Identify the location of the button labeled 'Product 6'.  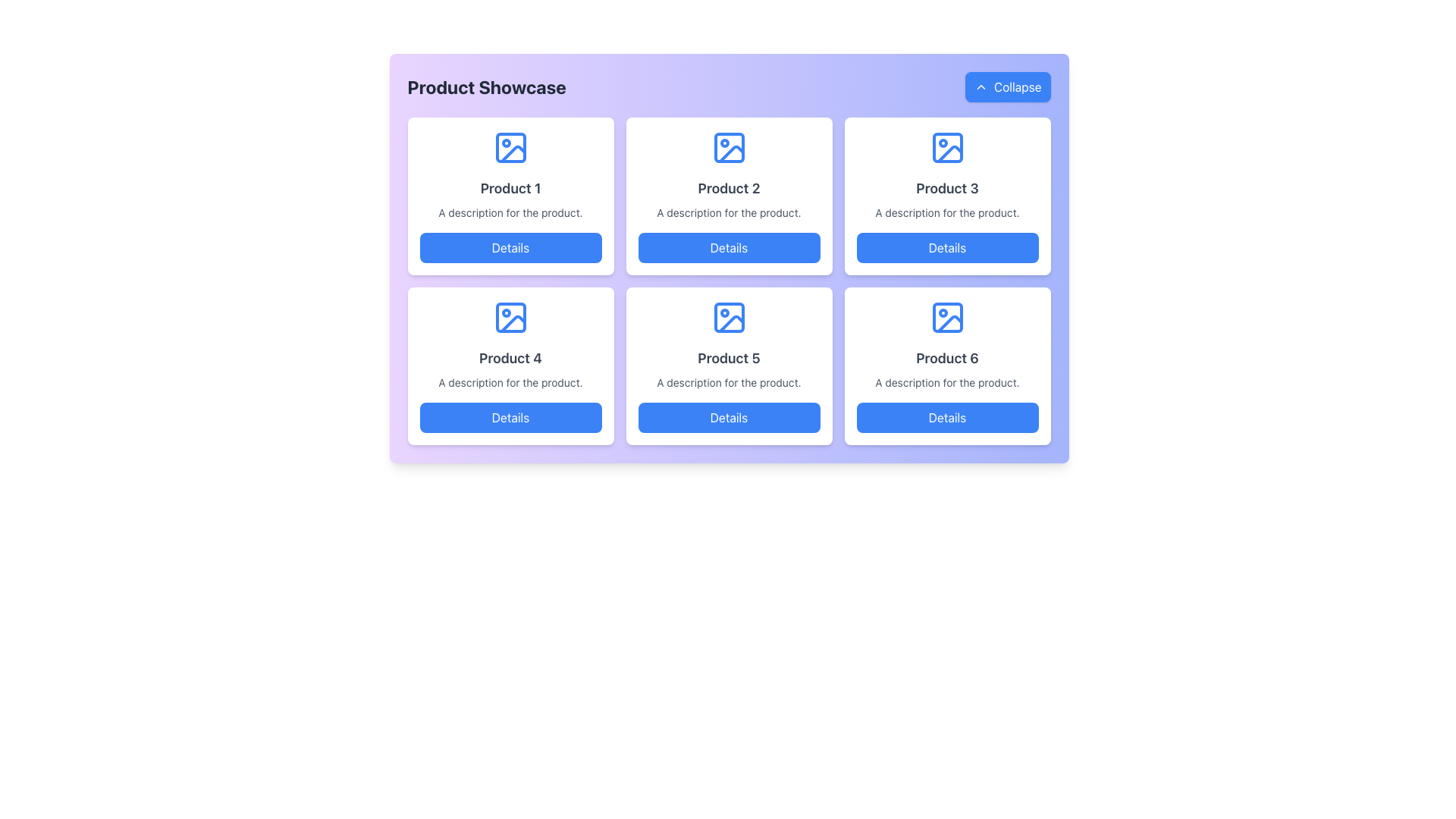
(946, 418).